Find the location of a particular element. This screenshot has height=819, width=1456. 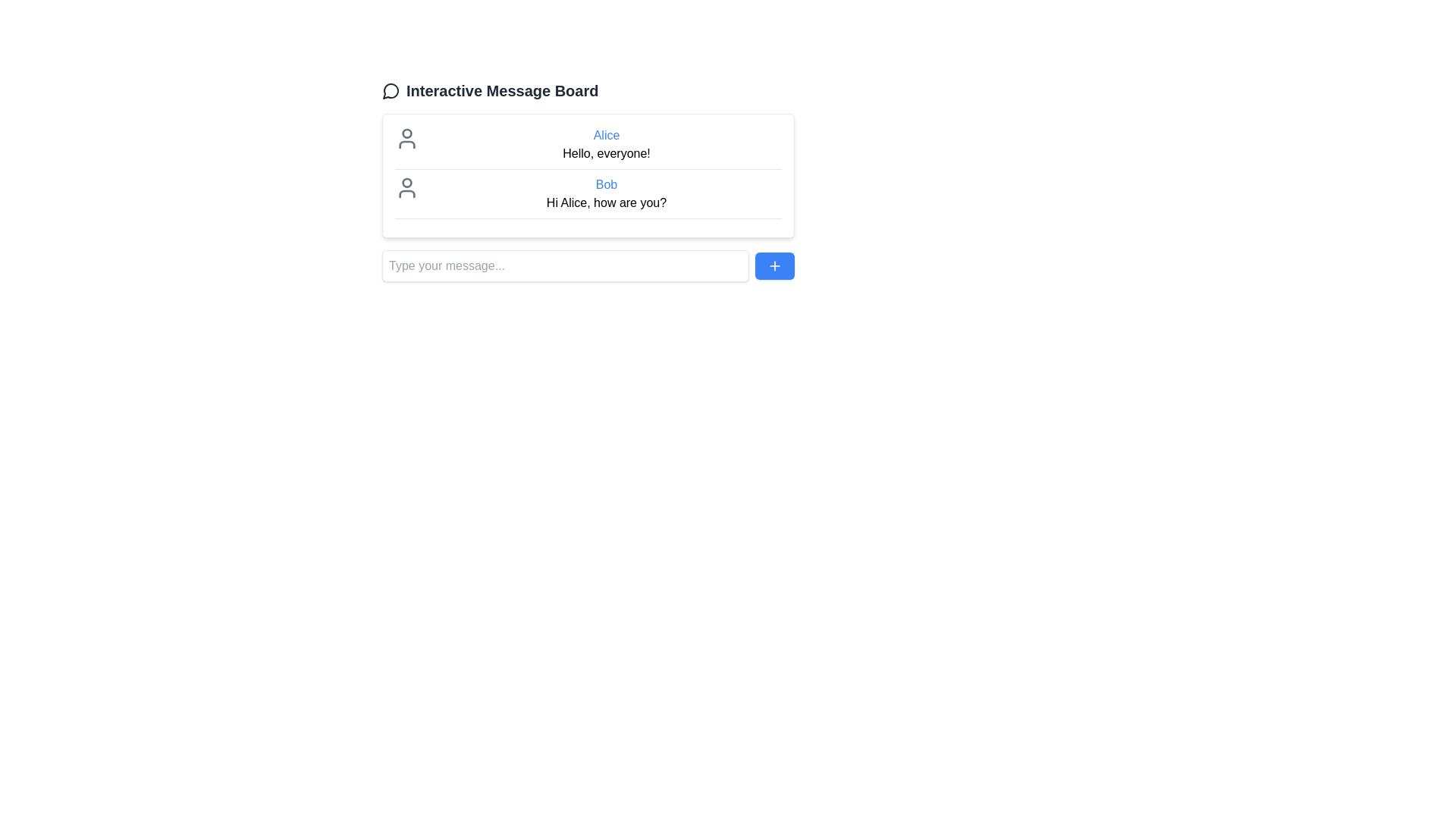

the author label text positioned at the center-right of the first message block, which is directly above the text 'Hello, everyone!' is located at coordinates (607, 134).